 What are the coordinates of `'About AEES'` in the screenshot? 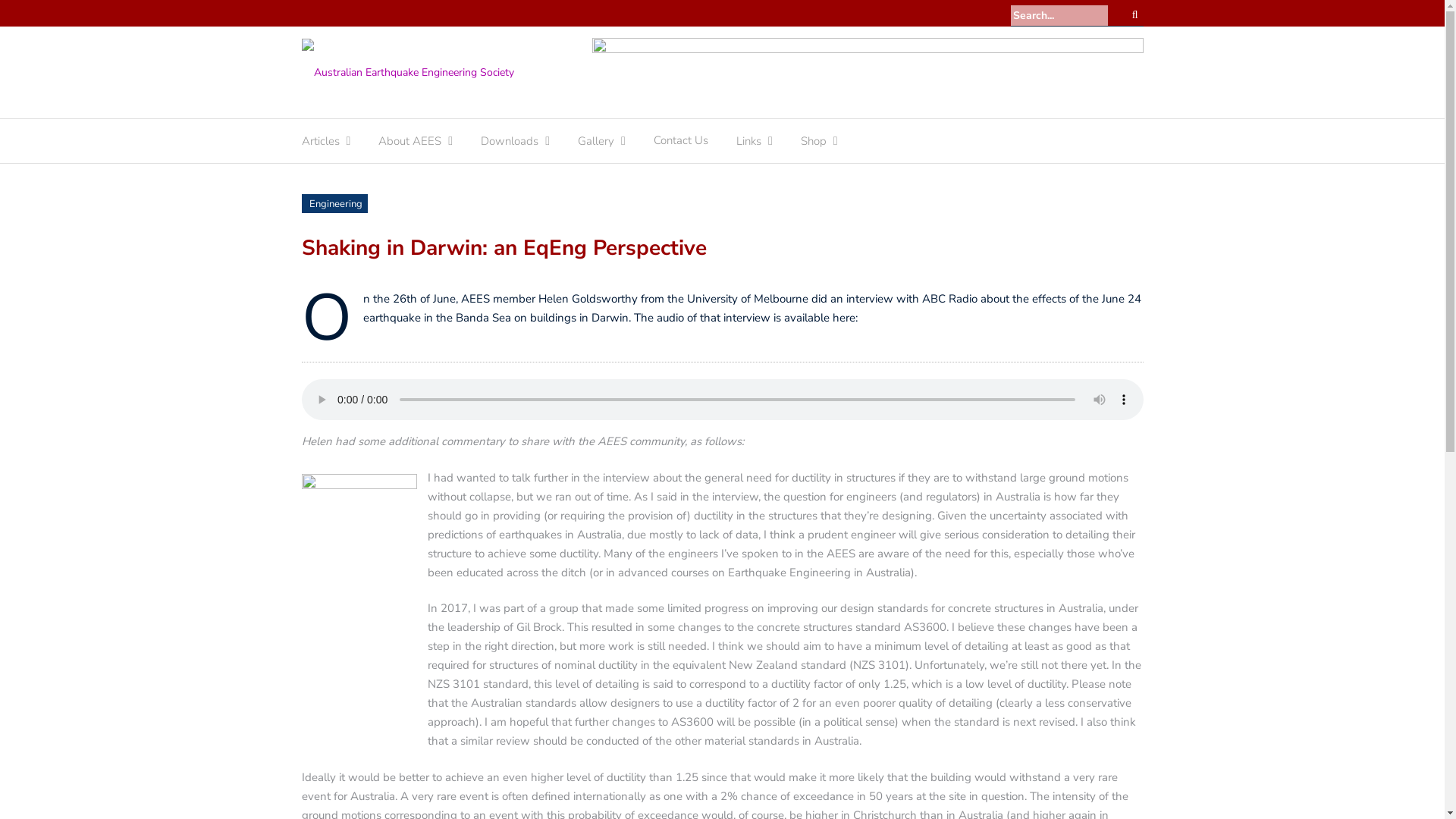 It's located at (409, 145).